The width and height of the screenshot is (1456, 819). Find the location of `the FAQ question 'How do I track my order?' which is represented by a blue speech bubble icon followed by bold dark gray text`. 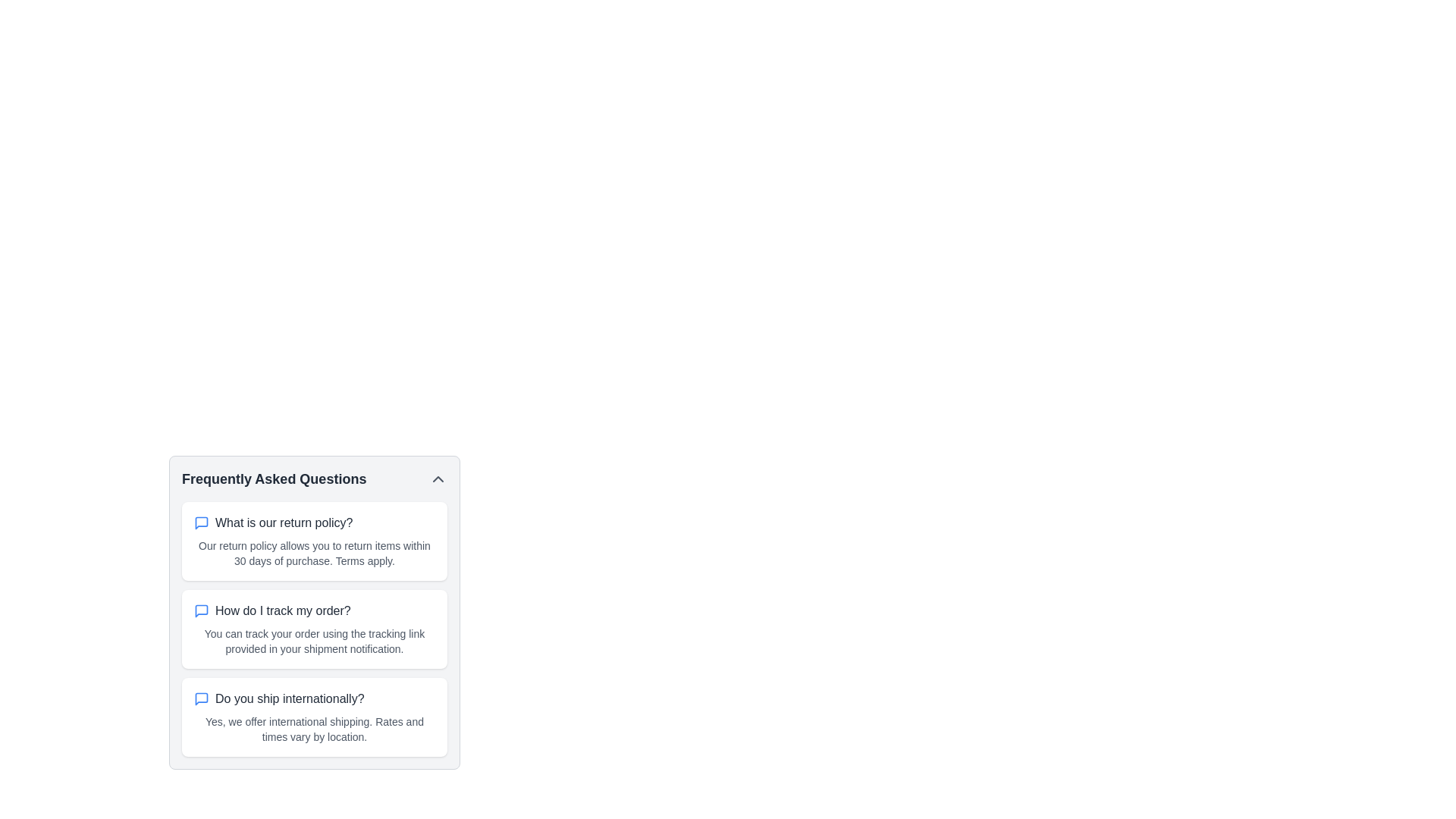

the FAQ question 'How do I track my order?' which is represented by a blue speech bubble icon followed by bold dark gray text is located at coordinates (313, 610).